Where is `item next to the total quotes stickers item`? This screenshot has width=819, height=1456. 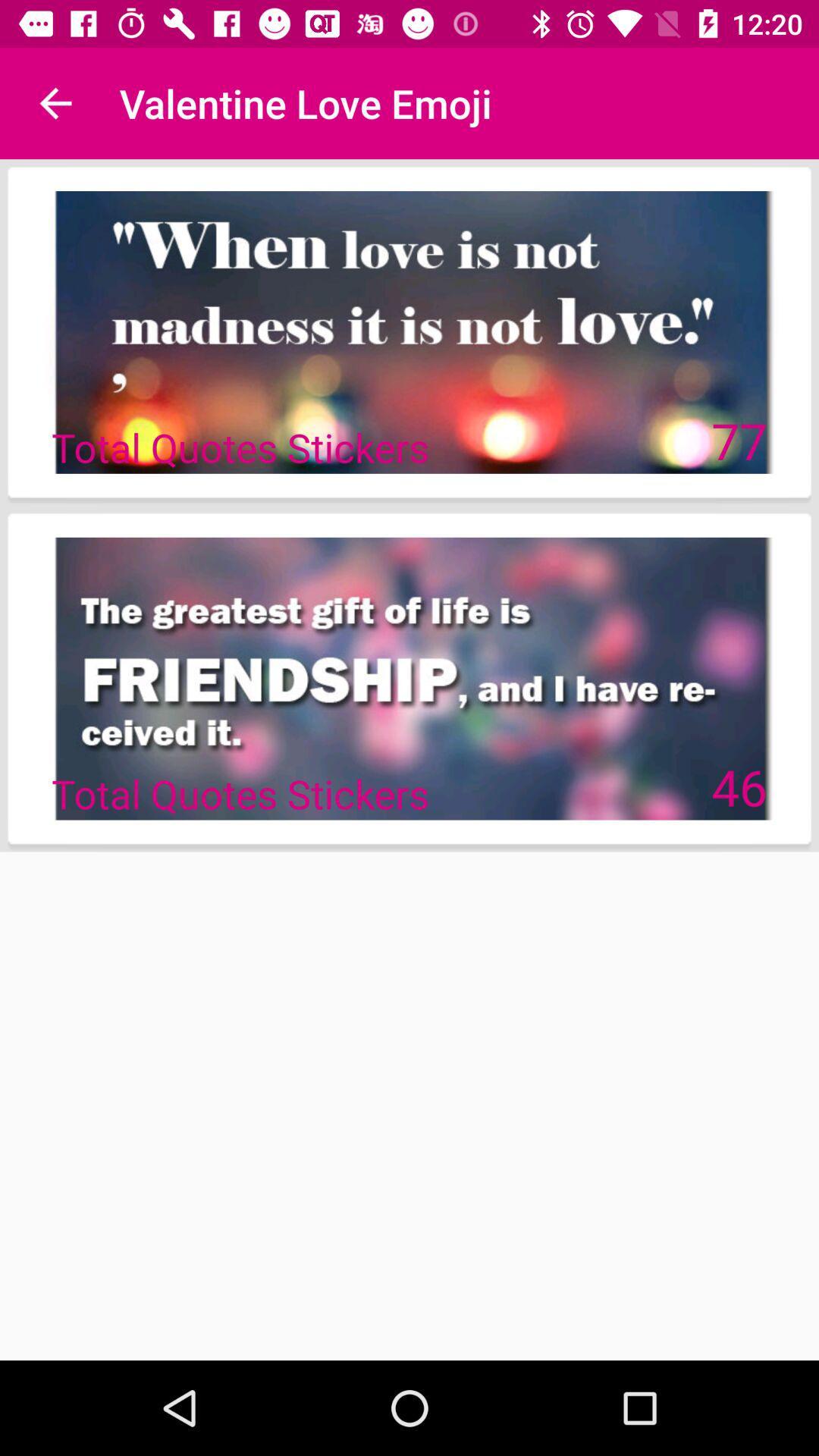 item next to the total quotes stickers item is located at coordinates (739, 786).